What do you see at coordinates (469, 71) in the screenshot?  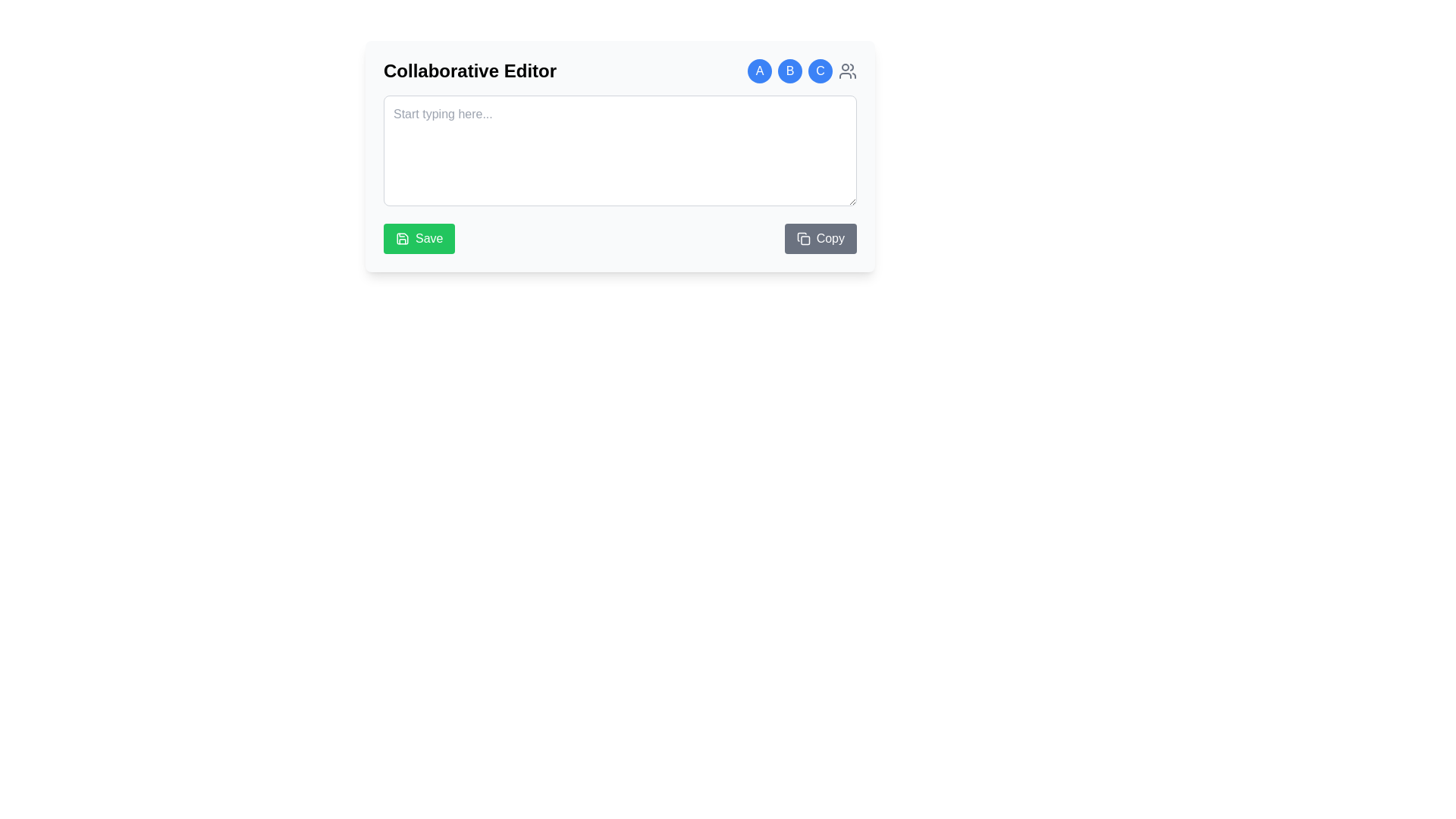 I see `the 'Collaborative Editor' text label at the upper left of the card-like component to focus the interface` at bounding box center [469, 71].